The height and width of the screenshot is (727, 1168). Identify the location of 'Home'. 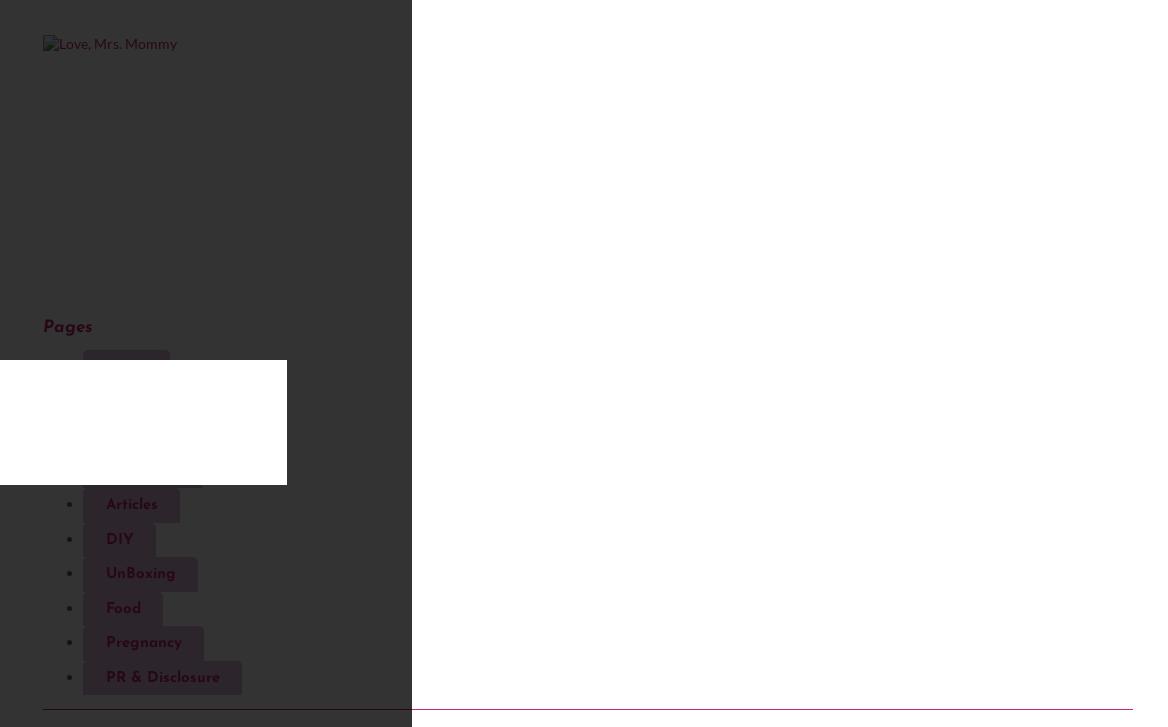
(125, 366).